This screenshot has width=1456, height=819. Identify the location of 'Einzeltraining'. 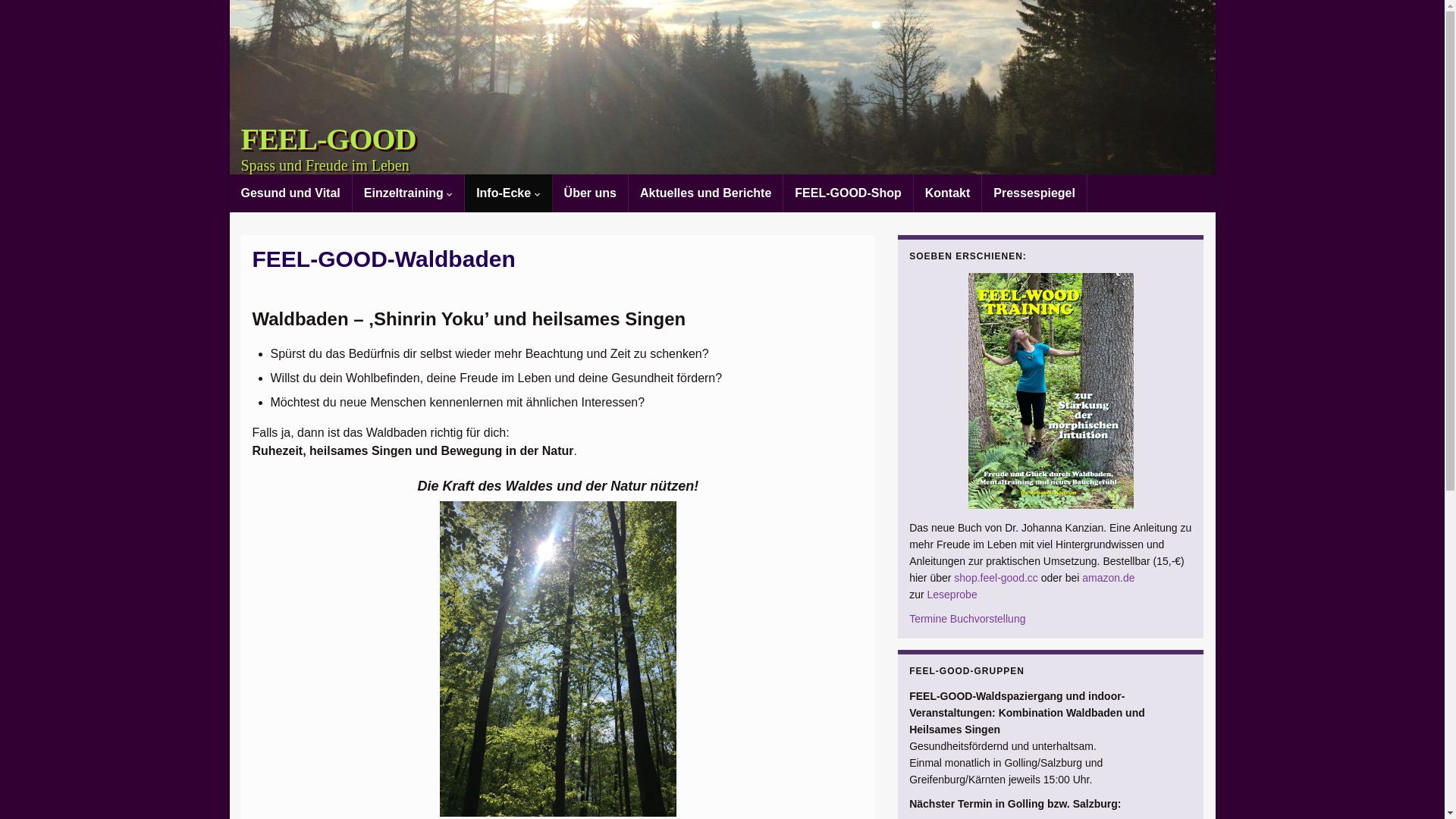
(408, 192).